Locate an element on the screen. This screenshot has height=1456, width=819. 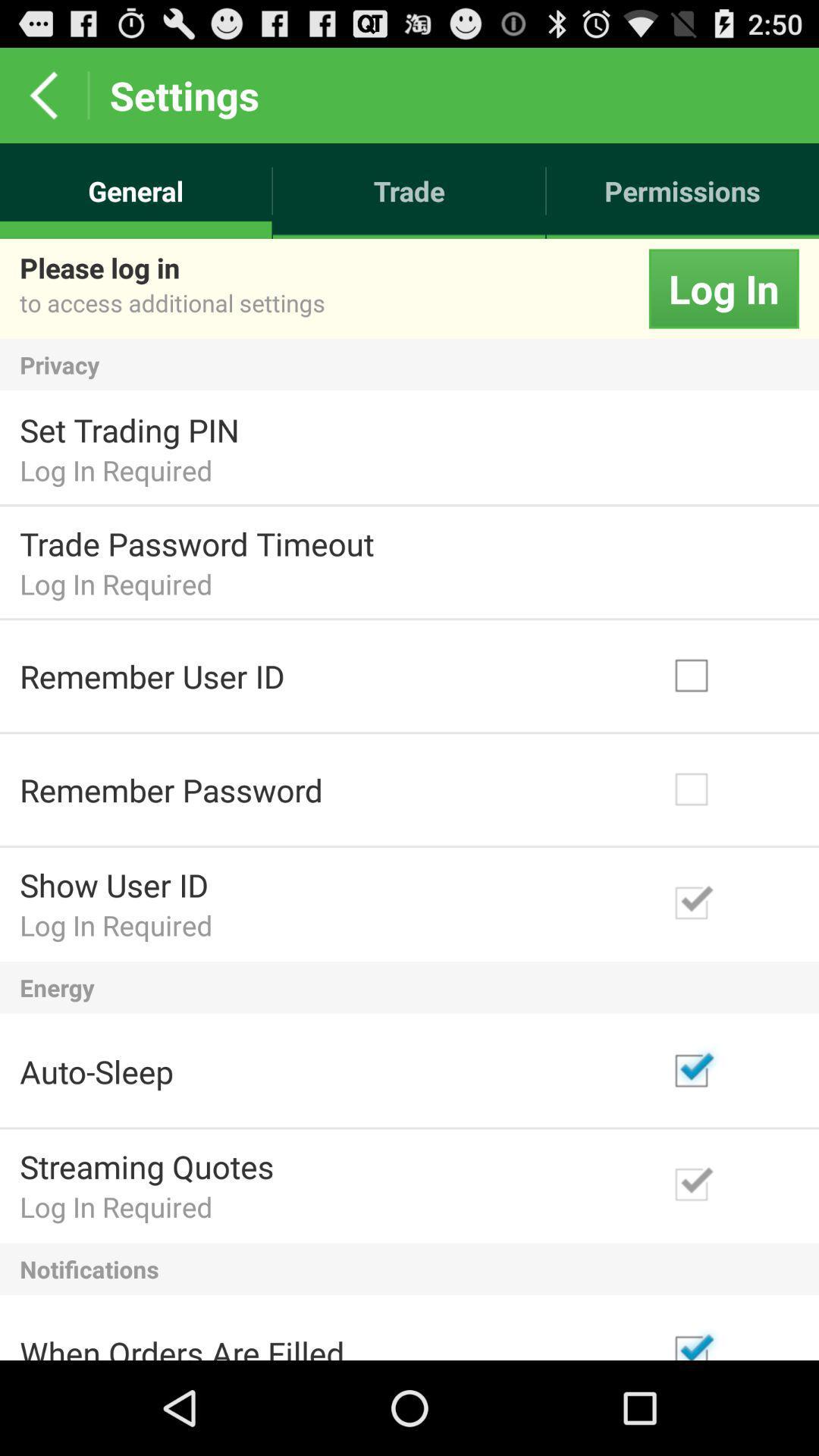
the icon below log in required icon is located at coordinates (409, 1269).